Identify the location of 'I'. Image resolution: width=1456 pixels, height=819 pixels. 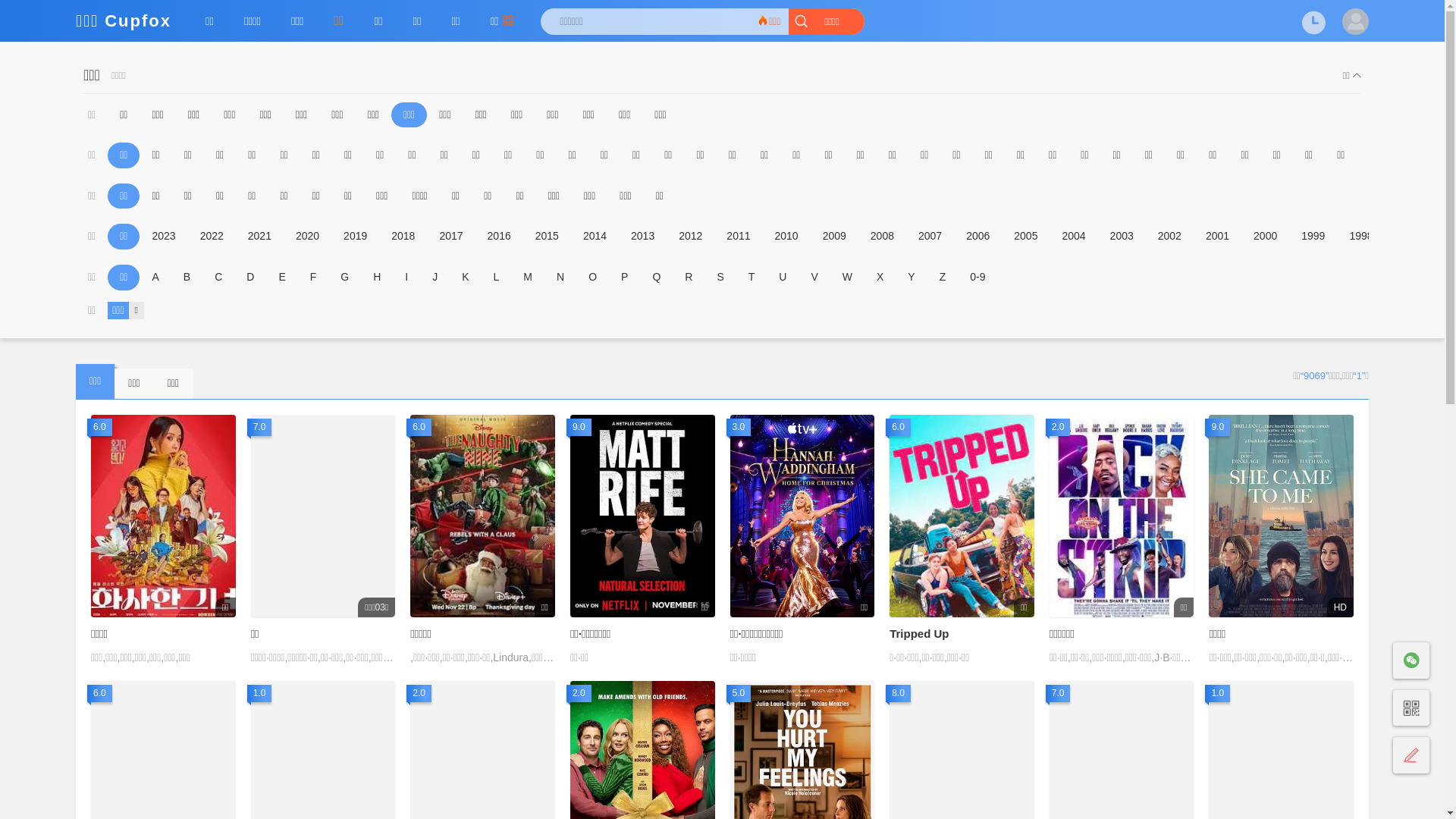
(406, 278).